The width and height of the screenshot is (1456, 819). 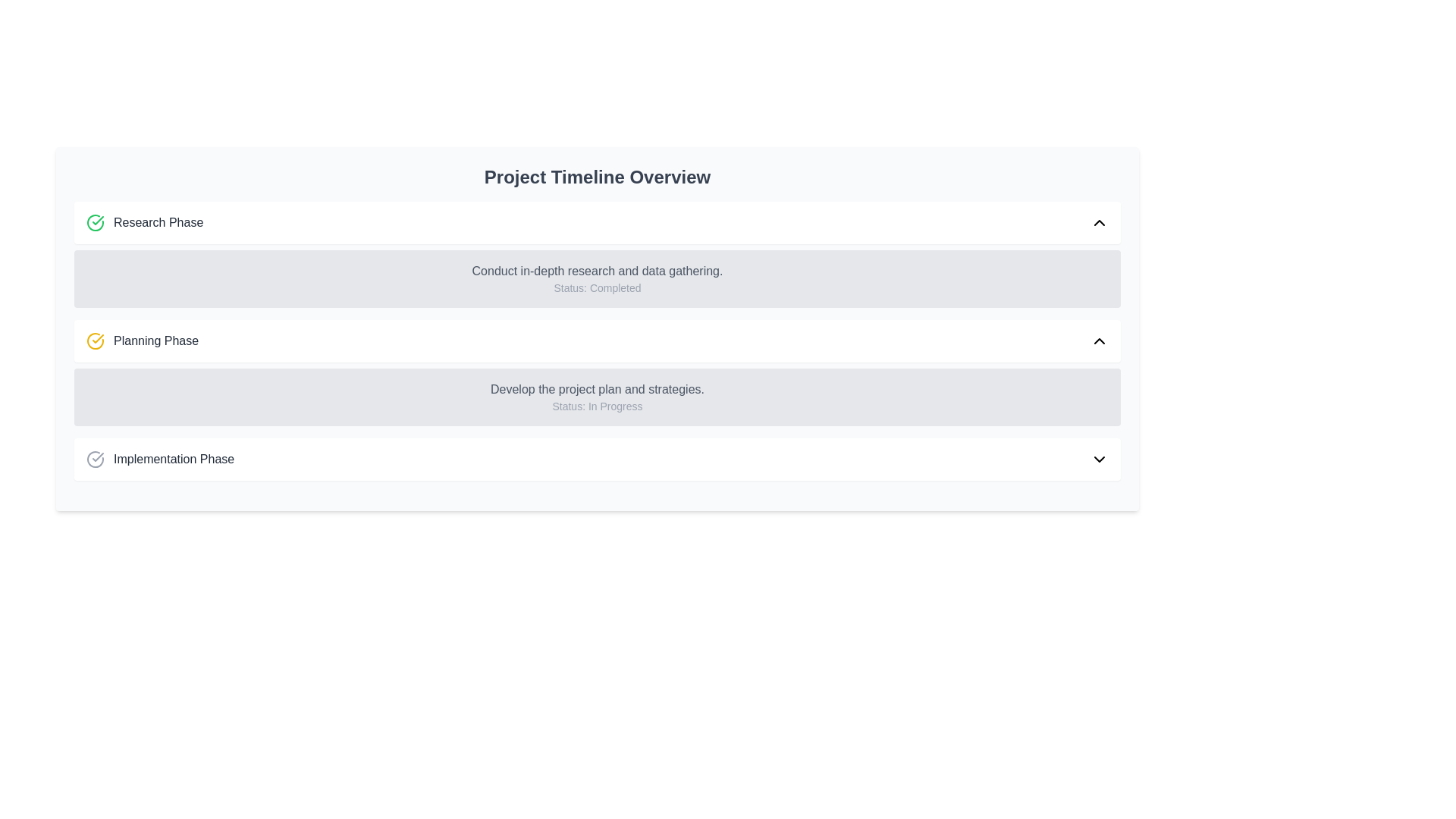 What do you see at coordinates (94, 222) in the screenshot?
I see `the status indication icon for the 'Research Phase', which is located to the left of the text 'Research Phase'` at bounding box center [94, 222].